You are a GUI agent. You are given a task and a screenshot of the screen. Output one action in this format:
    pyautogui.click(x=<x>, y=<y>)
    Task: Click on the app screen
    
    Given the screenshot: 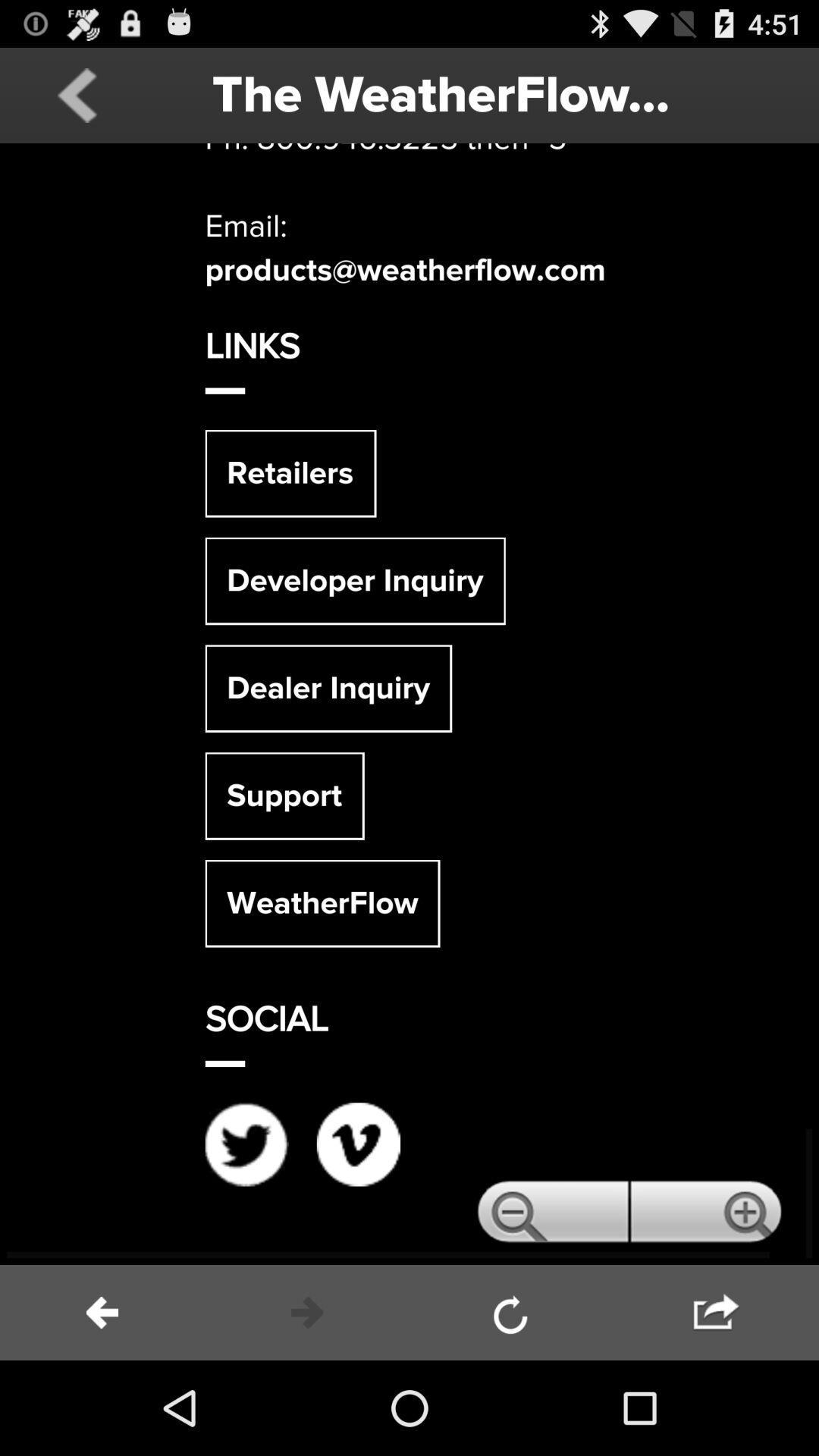 What is the action you would take?
    pyautogui.click(x=409, y=703)
    